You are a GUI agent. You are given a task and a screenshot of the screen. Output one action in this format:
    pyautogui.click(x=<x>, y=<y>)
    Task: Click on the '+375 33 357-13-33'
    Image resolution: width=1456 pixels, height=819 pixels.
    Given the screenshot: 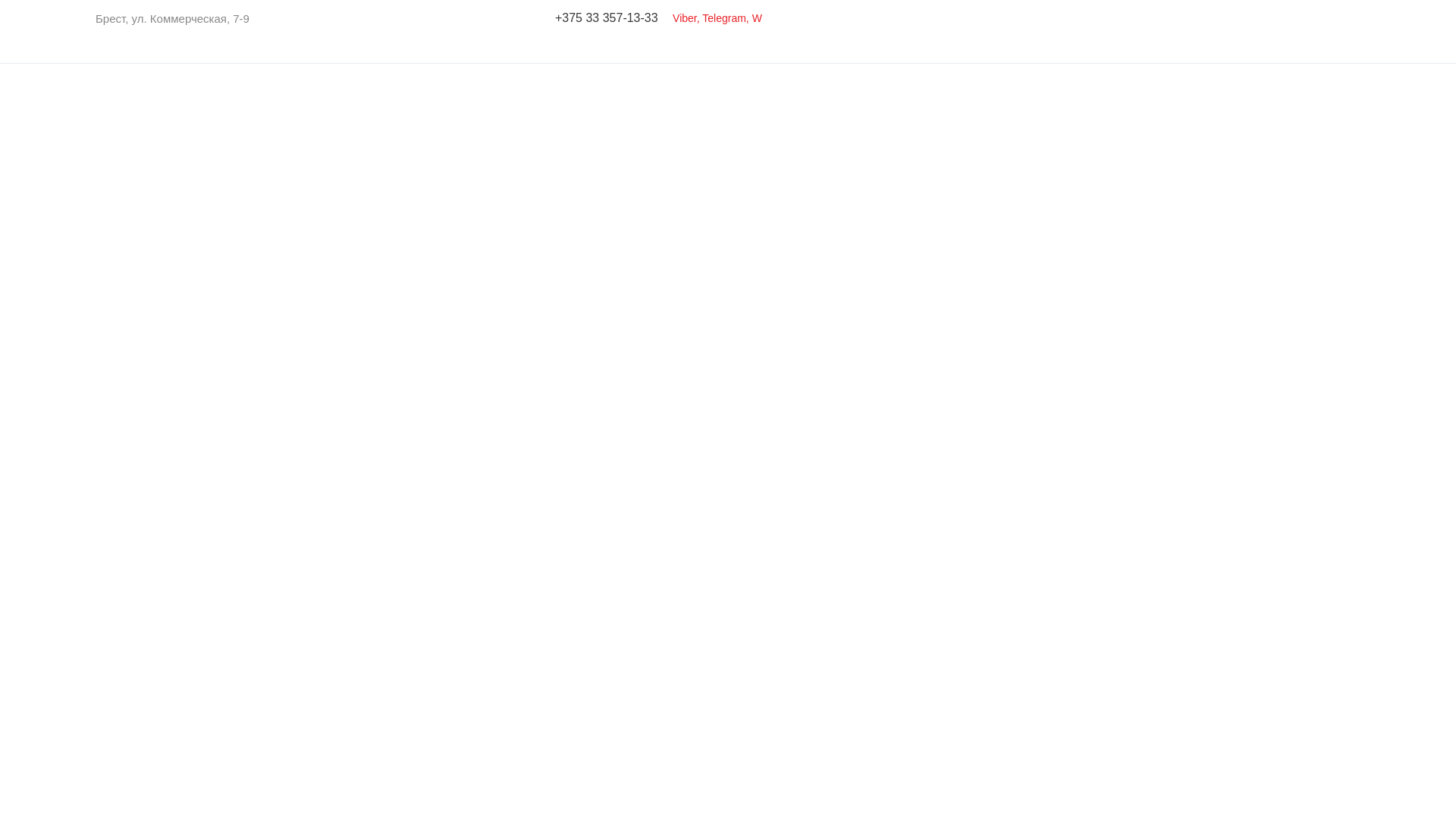 What is the action you would take?
    pyautogui.click(x=607, y=17)
    